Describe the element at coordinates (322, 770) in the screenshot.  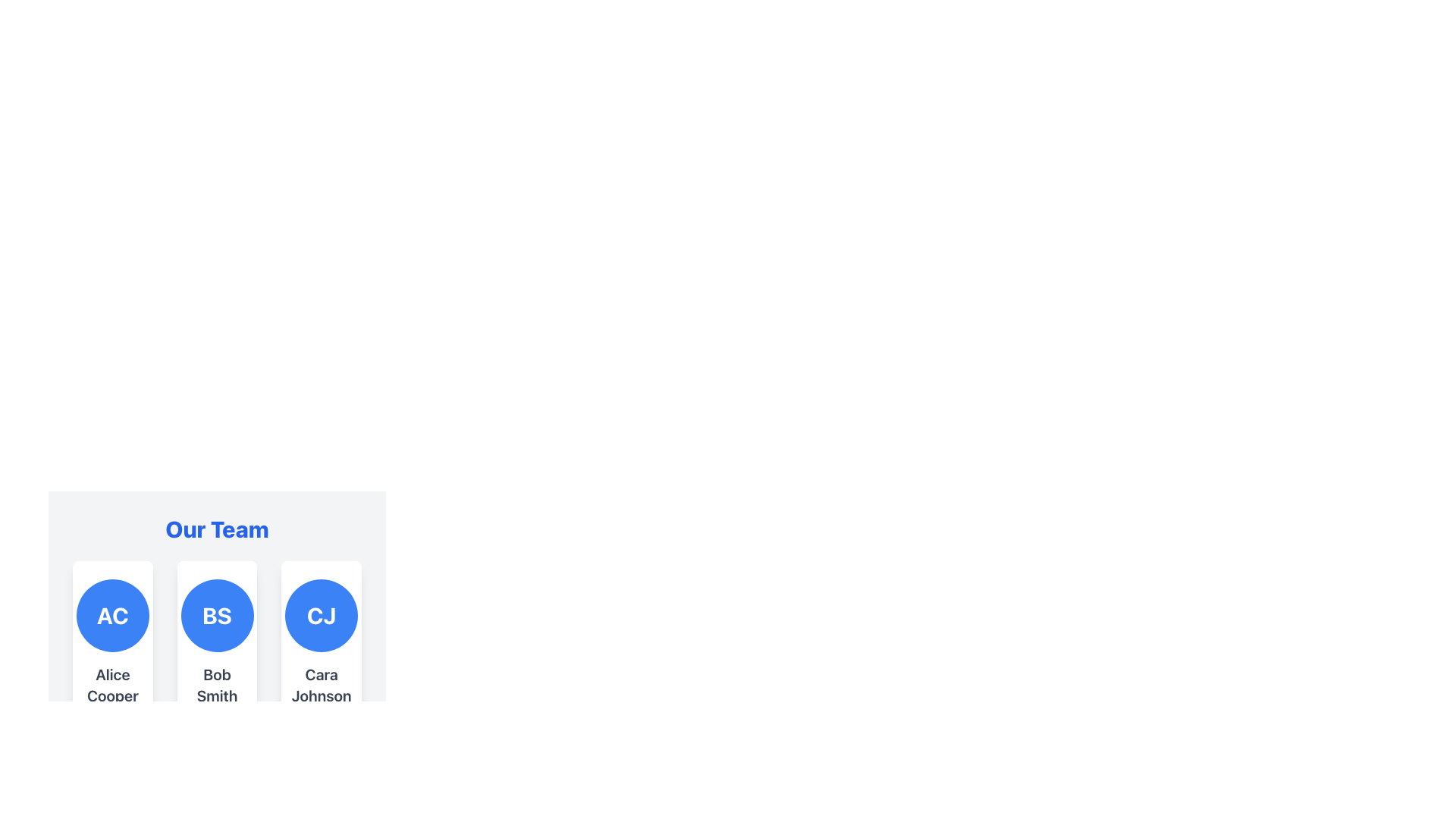
I see `the phone number display element that shows '(555) 789-0123', which is centrally aligned in the contact section of the interface` at that location.